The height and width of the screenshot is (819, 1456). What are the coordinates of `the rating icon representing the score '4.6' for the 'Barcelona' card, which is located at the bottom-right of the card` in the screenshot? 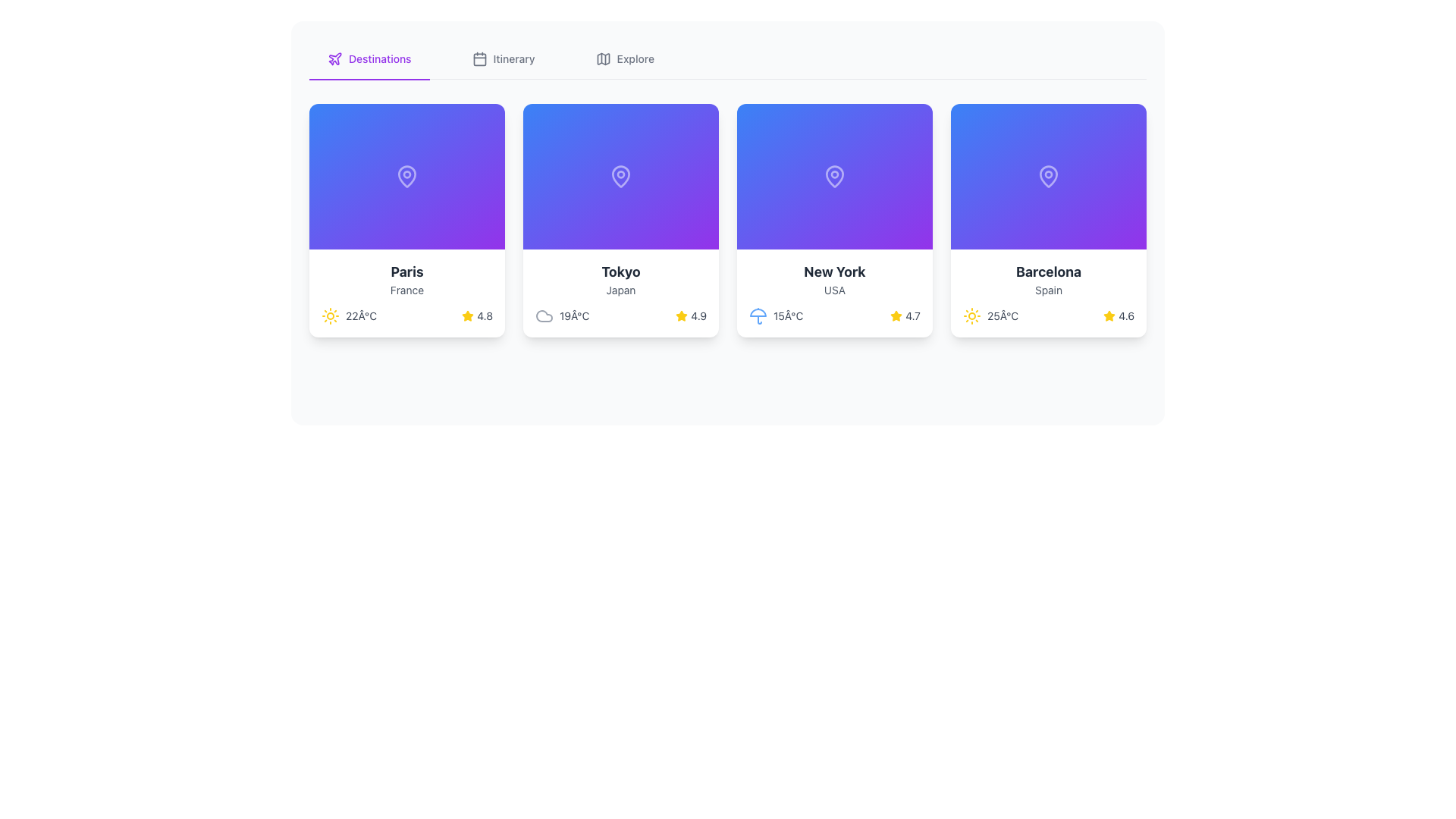 It's located at (1109, 315).